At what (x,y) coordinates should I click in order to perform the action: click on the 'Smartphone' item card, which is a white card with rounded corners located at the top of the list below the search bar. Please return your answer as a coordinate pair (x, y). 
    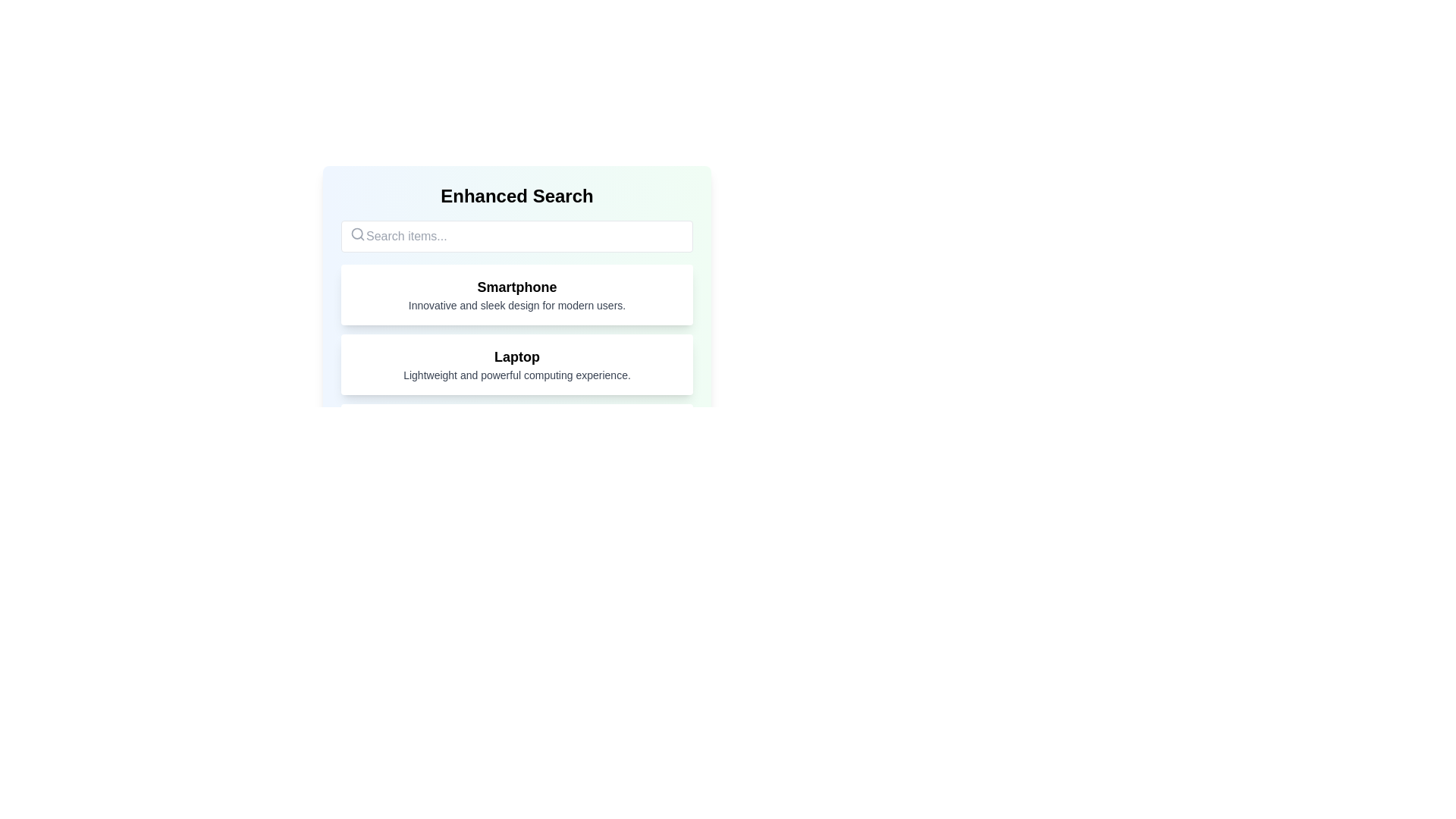
    Looking at the image, I should click on (516, 295).